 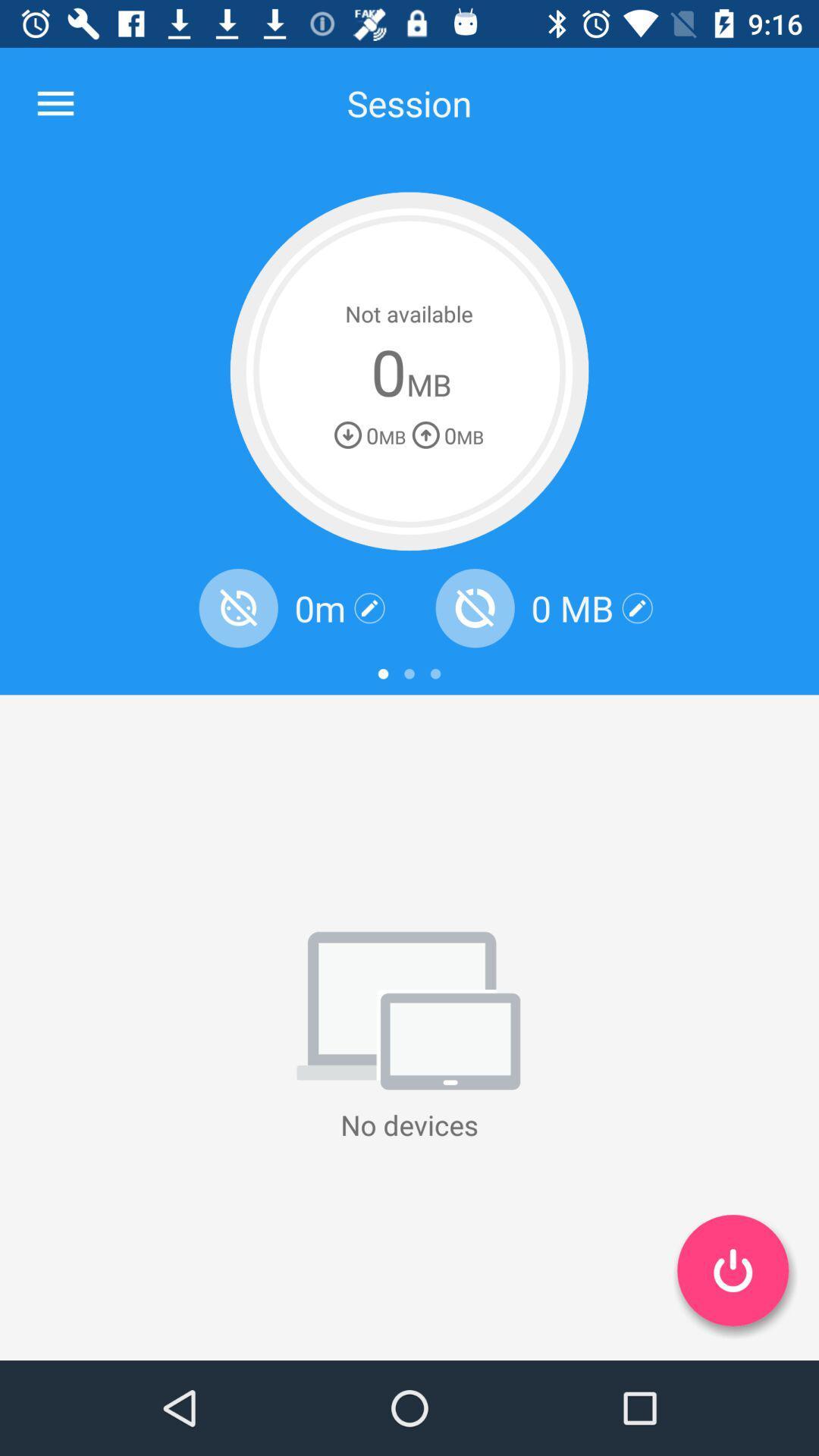 What do you see at coordinates (732, 1270) in the screenshot?
I see `begin recording` at bounding box center [732, 1270].